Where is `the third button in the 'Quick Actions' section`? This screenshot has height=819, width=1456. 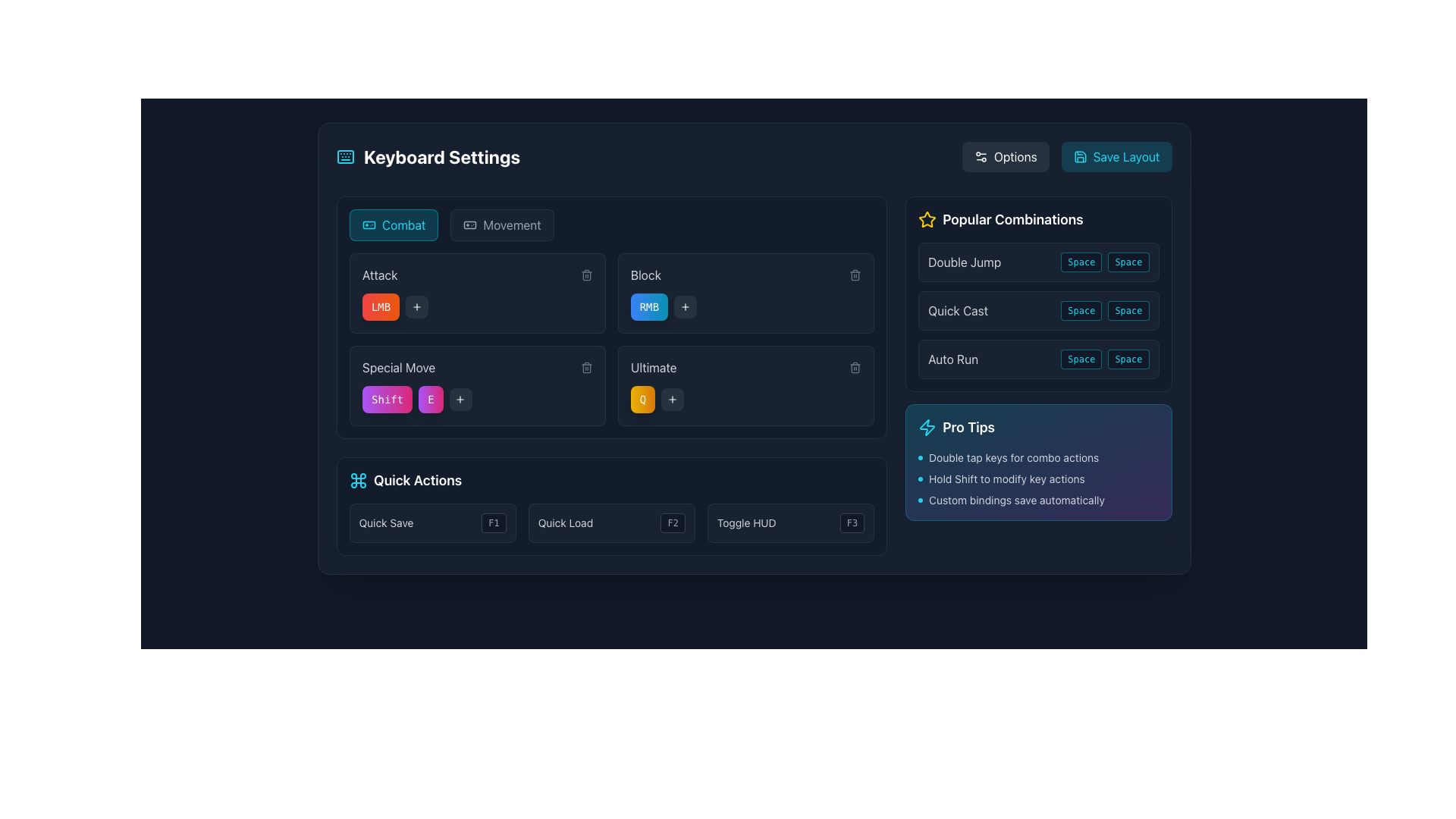 the third button in the 'Quick Actions' section is located at coordinates (790, 522).